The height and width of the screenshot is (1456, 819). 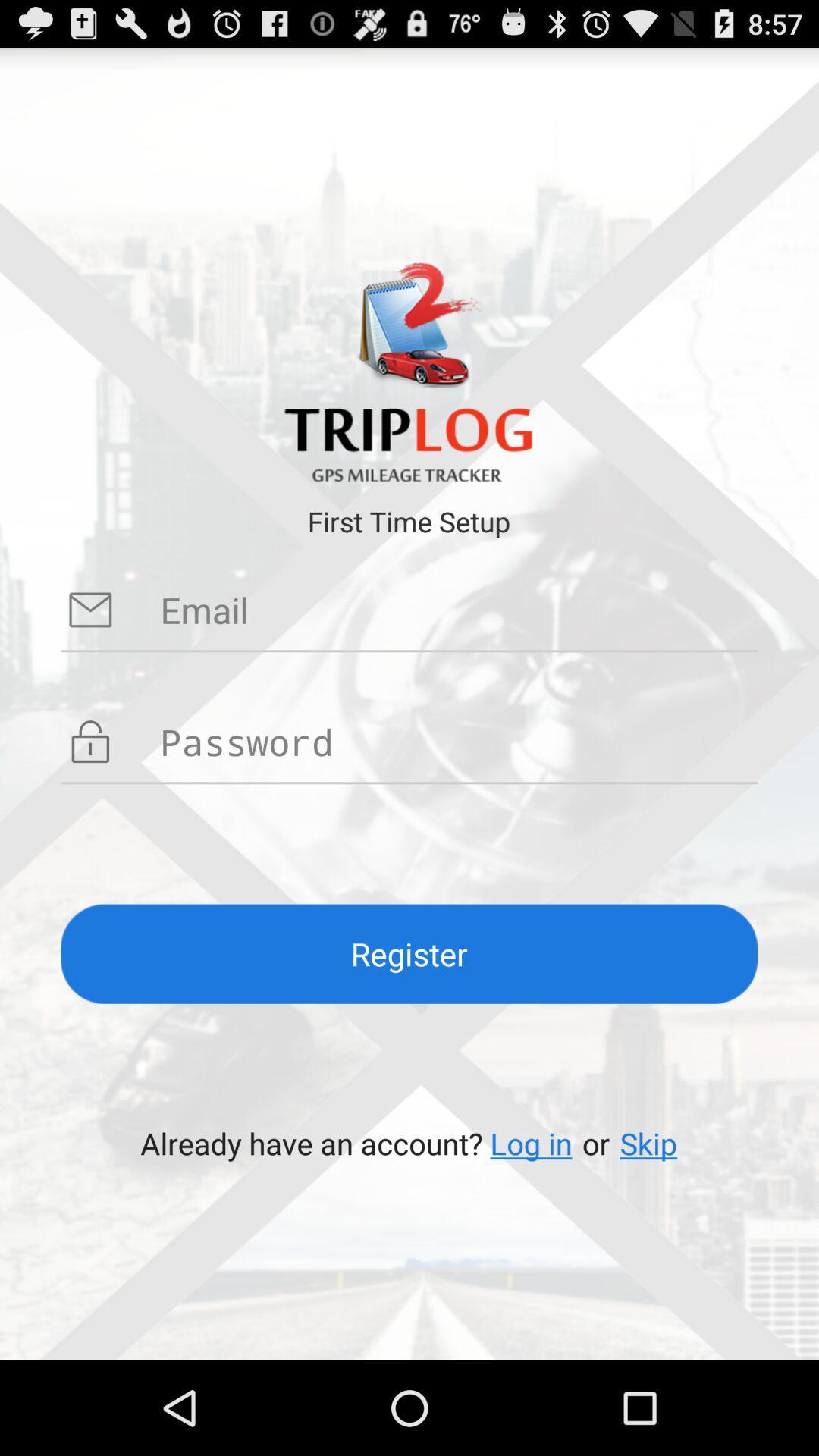 I want to click on your password, so click(x=458, y=742).